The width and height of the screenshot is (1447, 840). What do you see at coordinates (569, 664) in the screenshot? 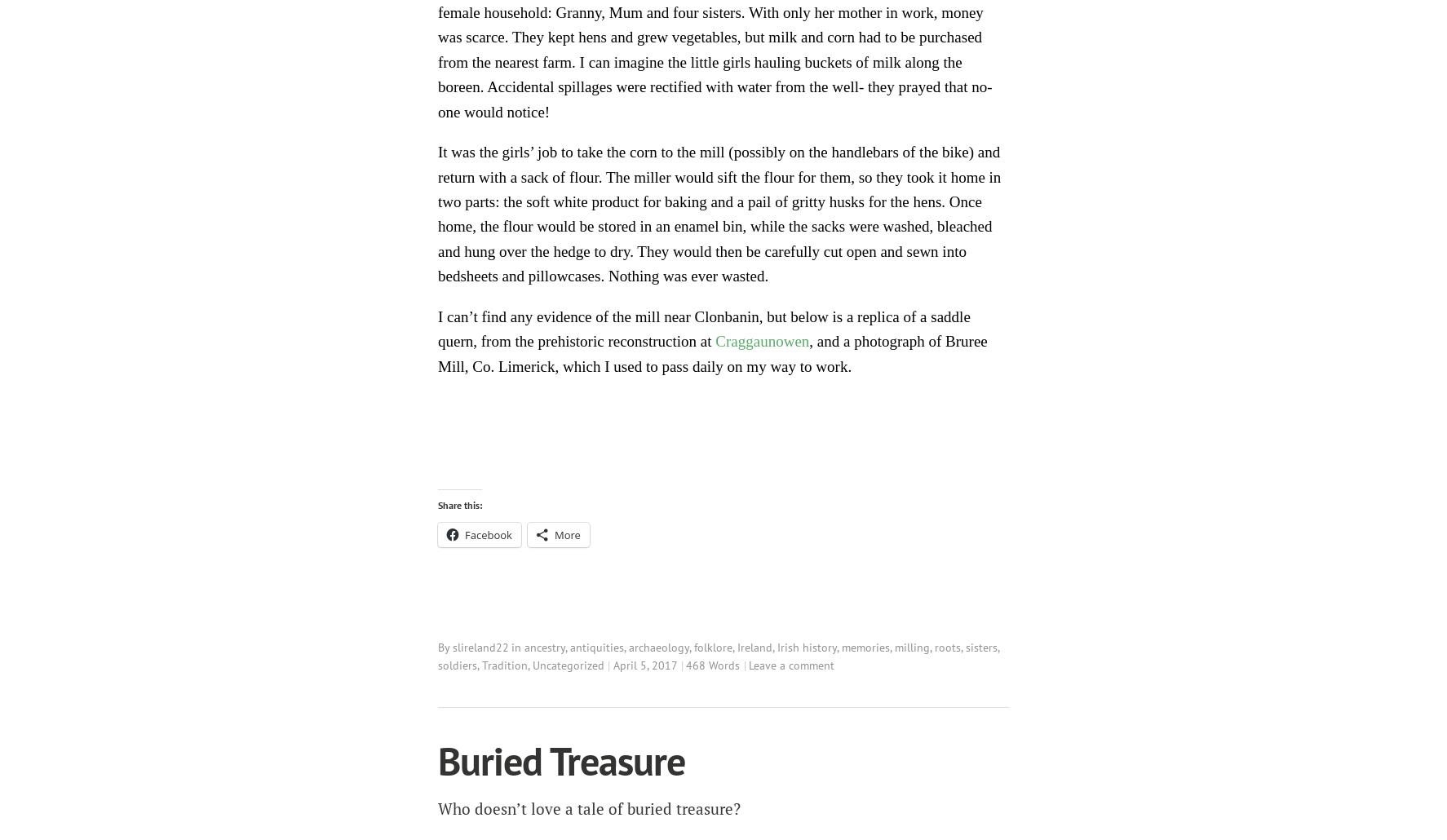
I see `'Uncategorized'` at bounding box center [569, 664].